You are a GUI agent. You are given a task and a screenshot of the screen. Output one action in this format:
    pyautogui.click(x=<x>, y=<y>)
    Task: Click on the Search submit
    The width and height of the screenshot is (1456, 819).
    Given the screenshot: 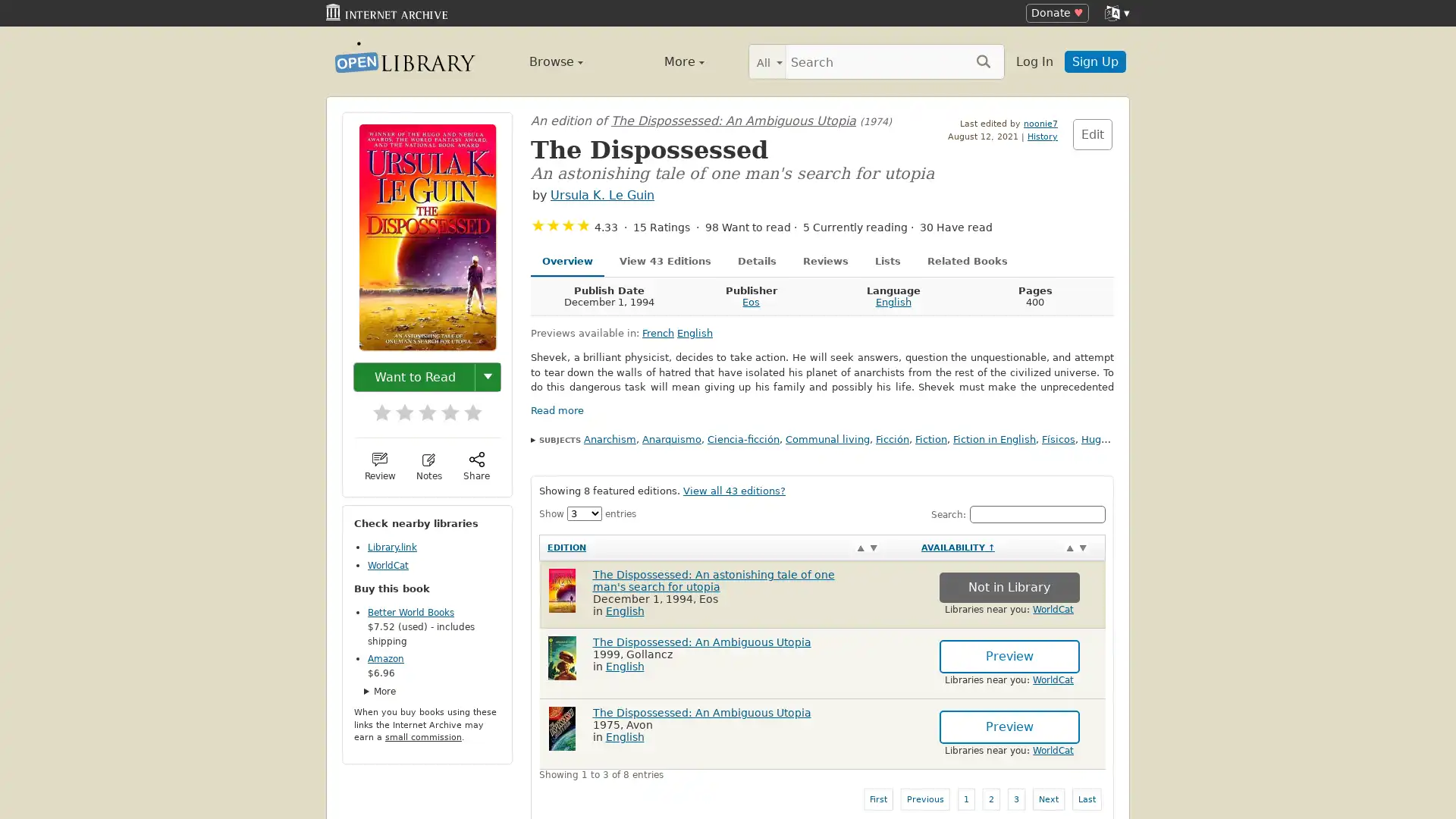 What is the action you would take?
    pyautogui.click(x=983, y=60)
    